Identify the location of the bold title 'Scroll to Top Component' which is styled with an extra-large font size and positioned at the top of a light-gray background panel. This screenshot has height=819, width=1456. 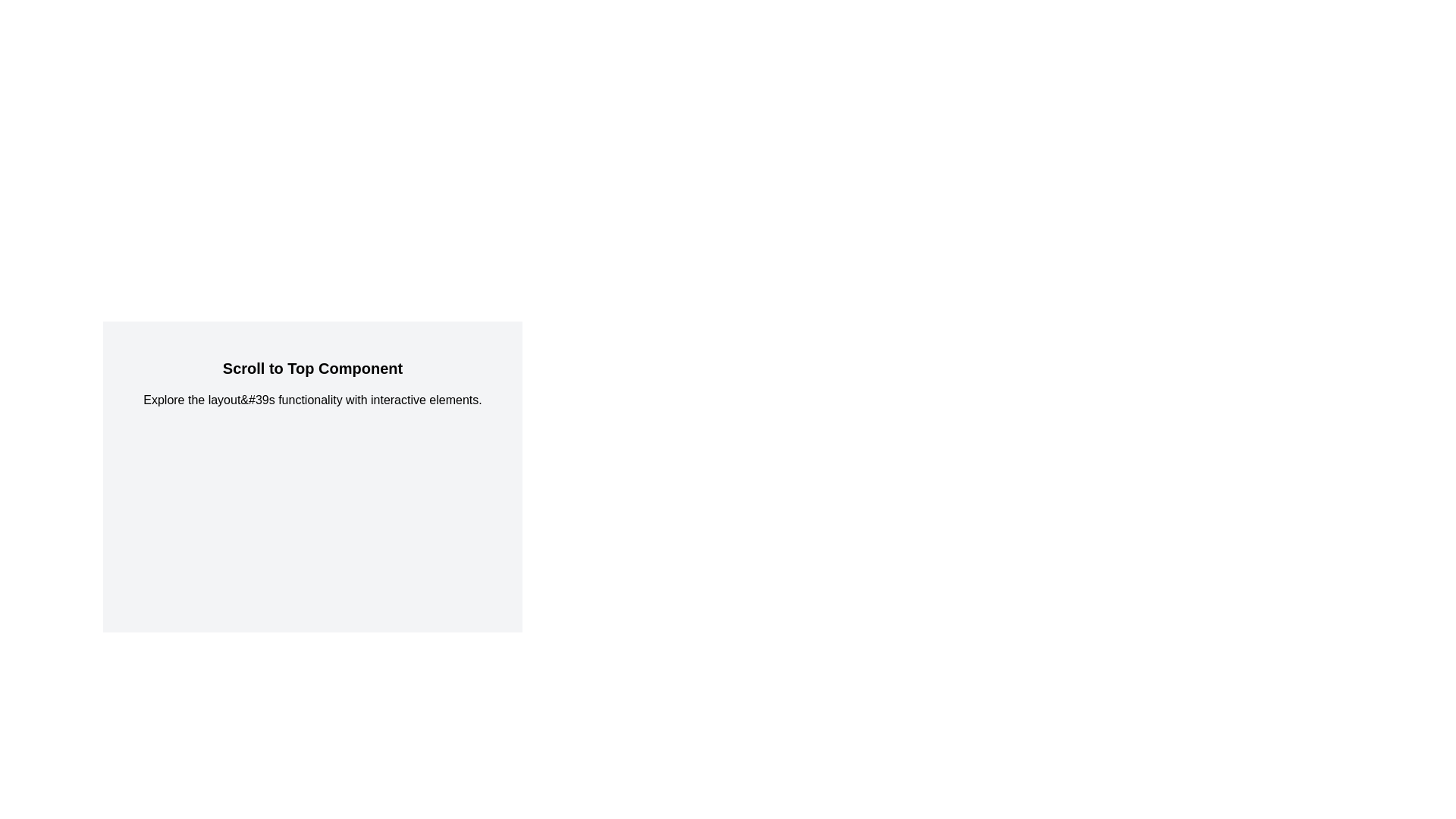
(312, 369).